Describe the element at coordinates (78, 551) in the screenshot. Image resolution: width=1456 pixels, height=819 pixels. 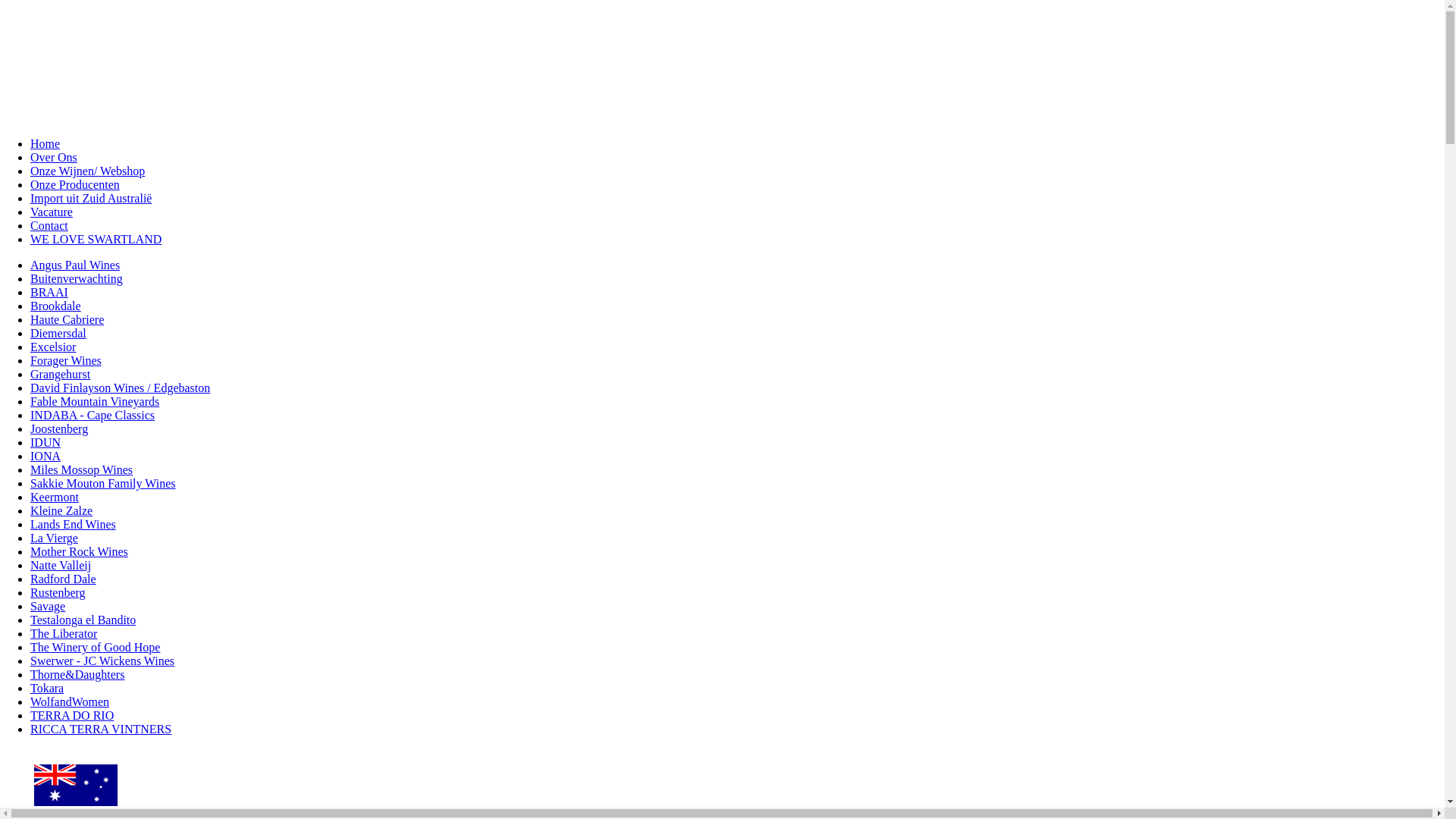
I see `'Mother Rock Wines'` at that location.